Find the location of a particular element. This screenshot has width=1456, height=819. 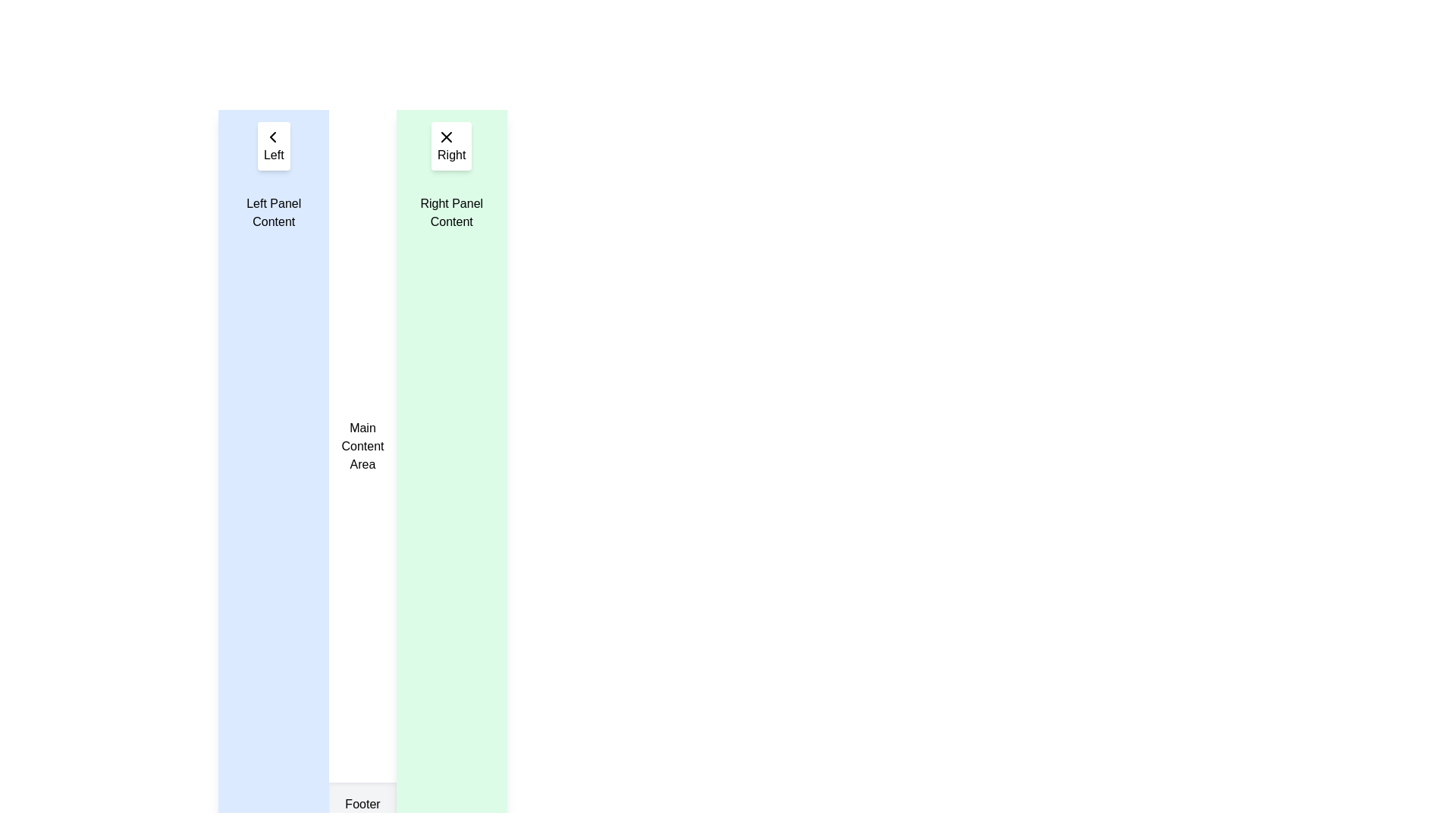

the black 'X' shaped close button located in the upper center of the 'Right Panel Content' green panel is located at coordinates (446, 137).